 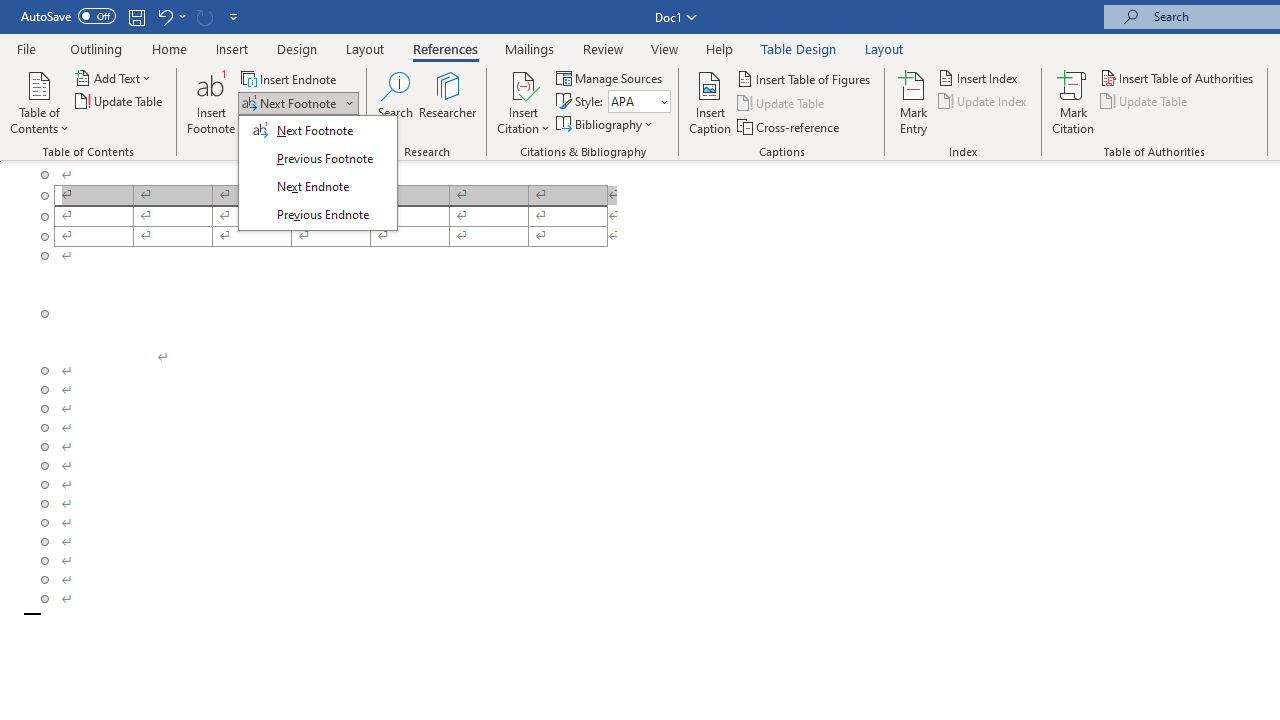 What do you see at coordinates (95, 48) in the screenshot?
I see `'Outlining'` at bounding box center [95, 48].